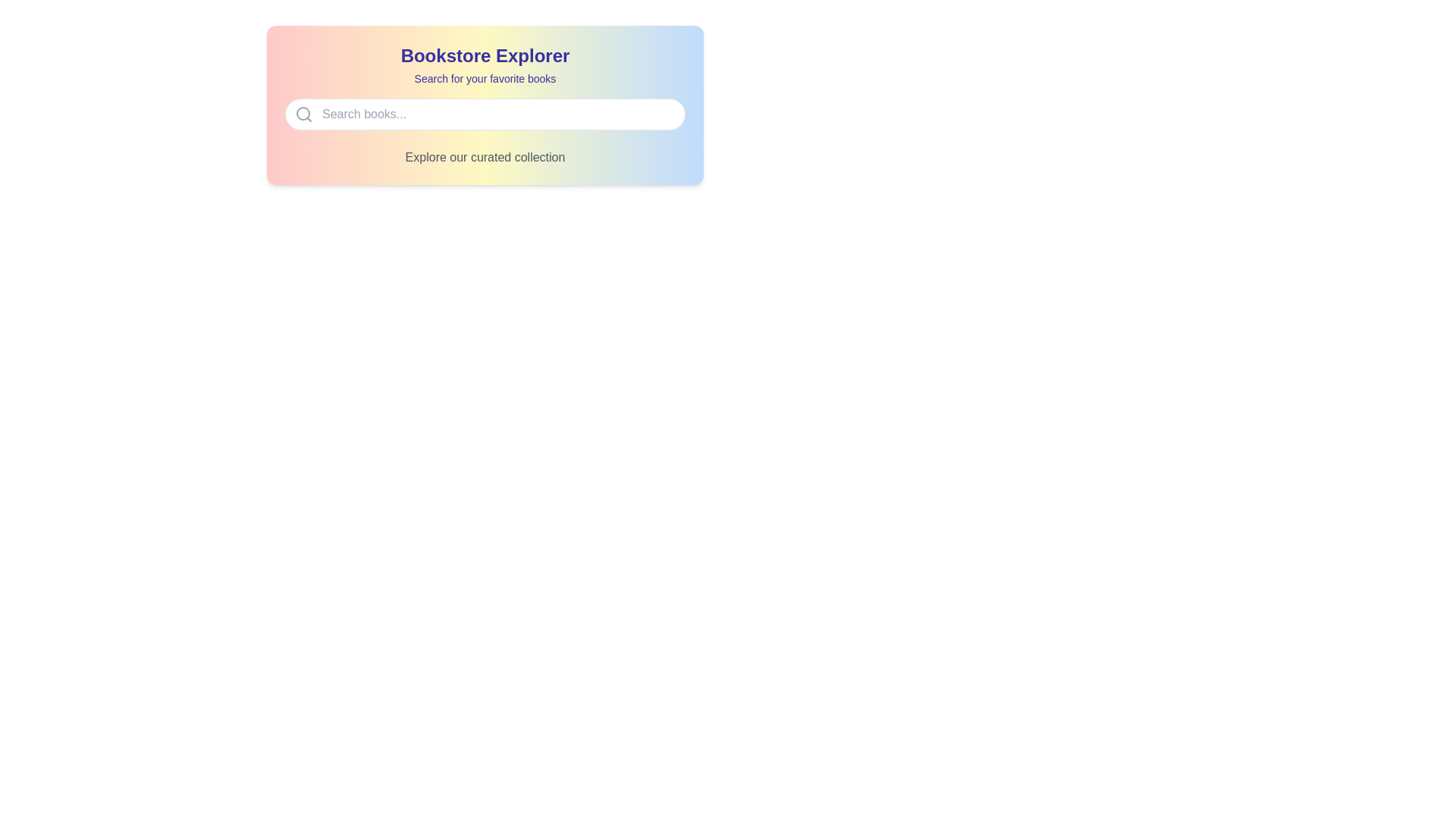 The width and height of the screenshot is (1456, 819). Describe the element at coordinates (303, 113) in the screenshot. I see `the circular part of the search icon located on the left side of the text input field to initiate a search operation` at that location.